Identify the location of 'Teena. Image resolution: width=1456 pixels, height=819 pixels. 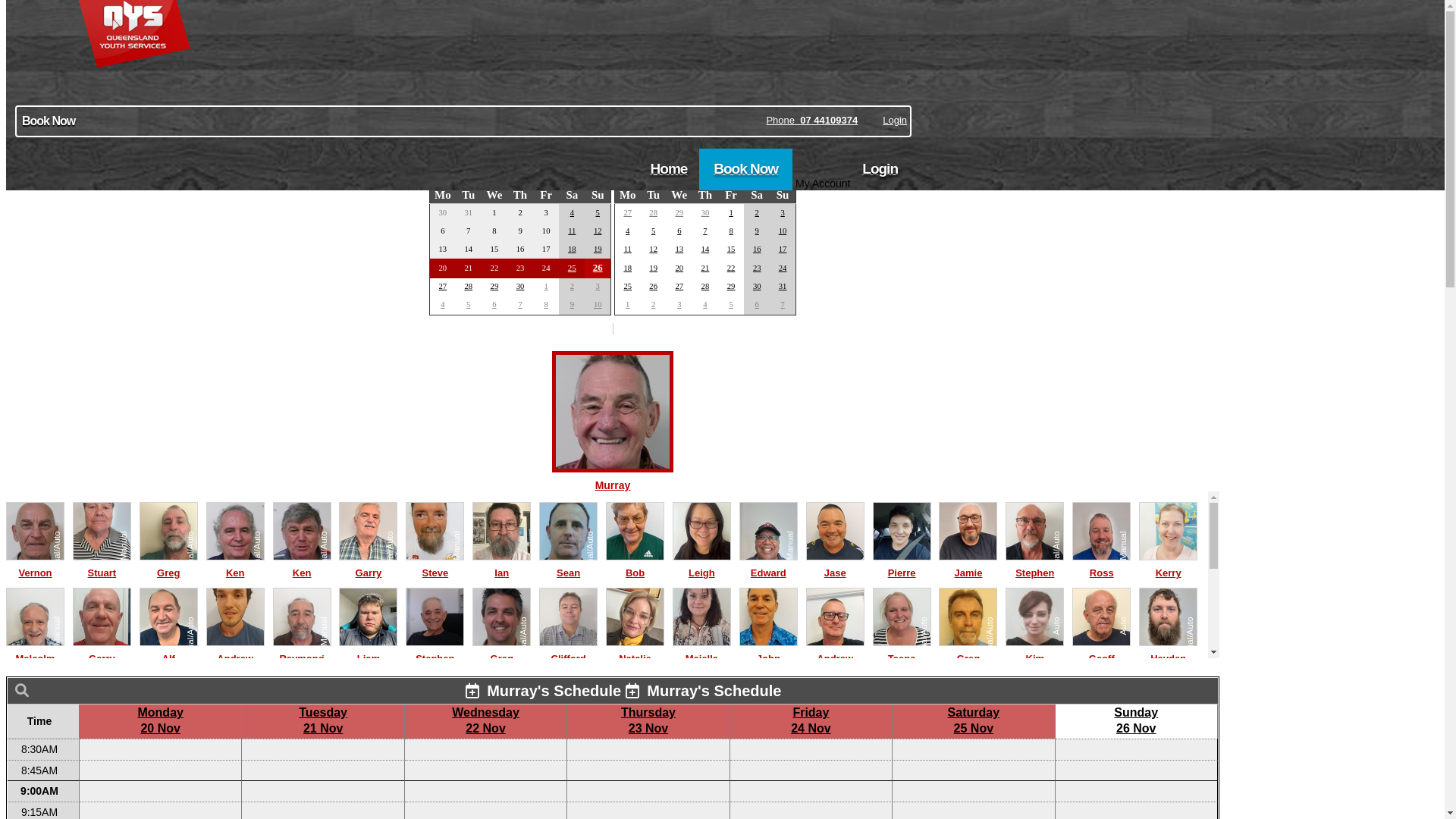
(902, 650).